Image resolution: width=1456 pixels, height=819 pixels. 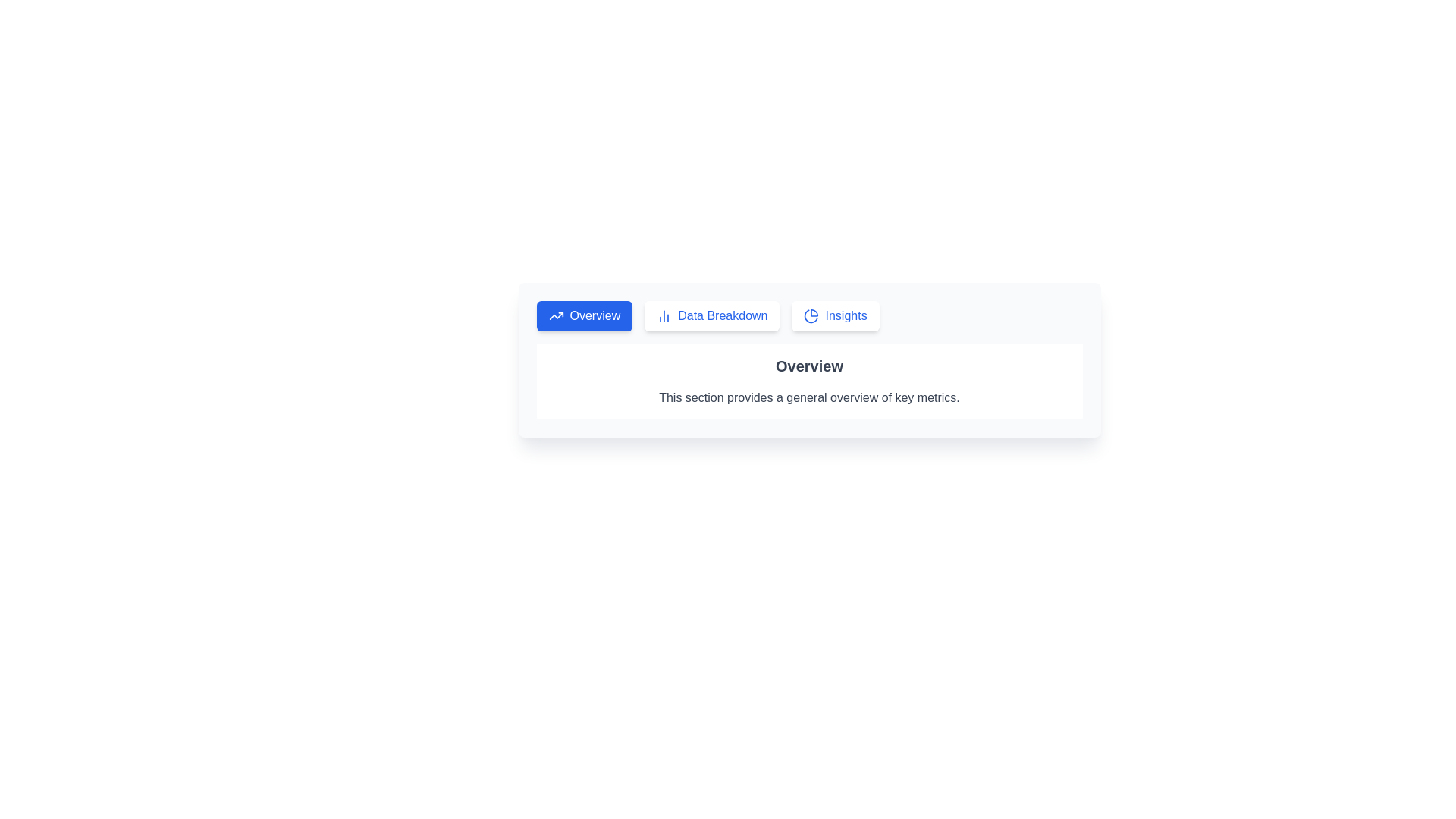 I want to click on the Insights tab by clicking on its button, so click(x=835, y=315).